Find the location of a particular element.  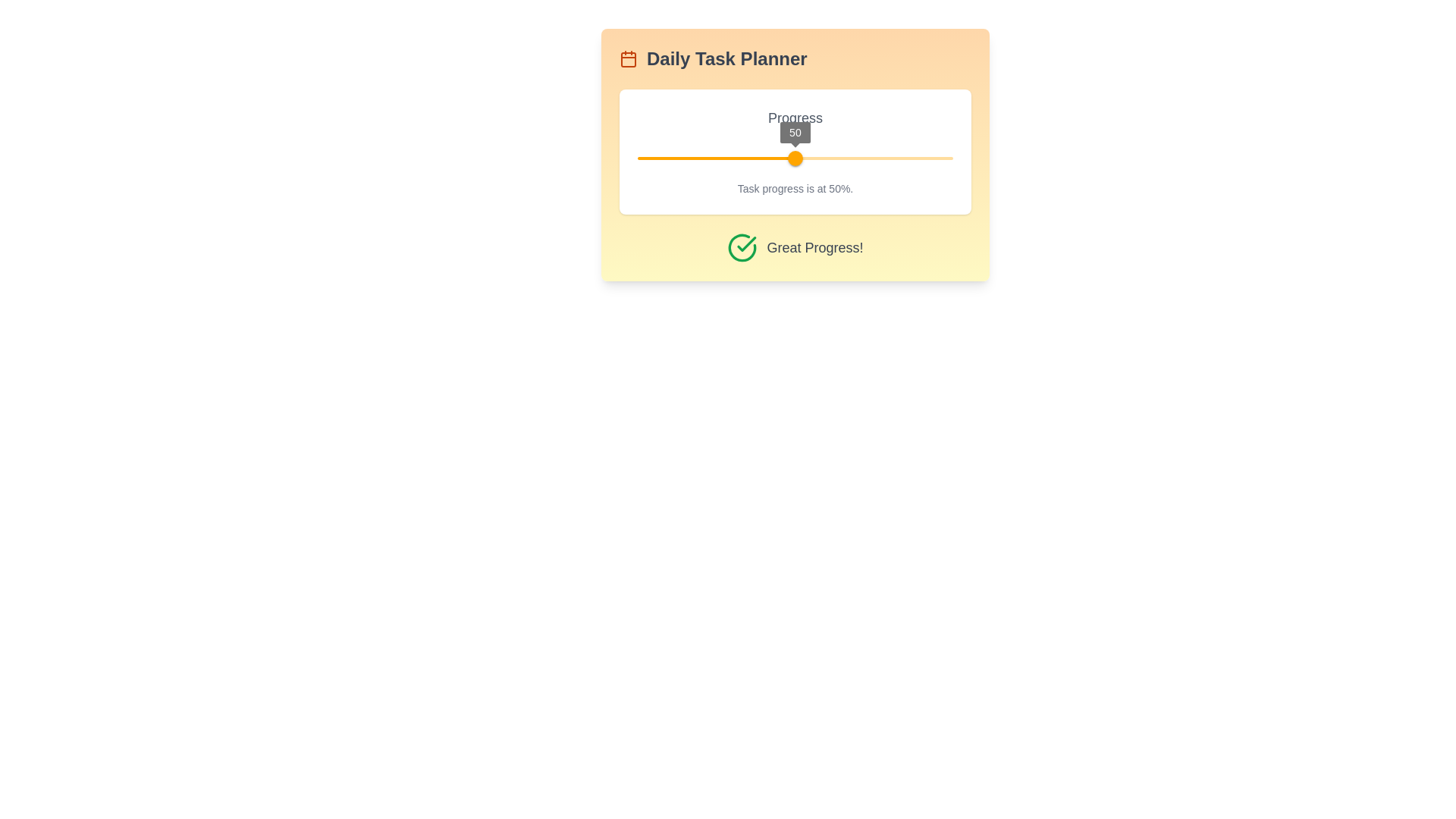

the Informative Text element that states 'Task progress is at 50%', which is positioned below the slider component labeled '50' within the task planner interface is located at coordinates (795, 188).